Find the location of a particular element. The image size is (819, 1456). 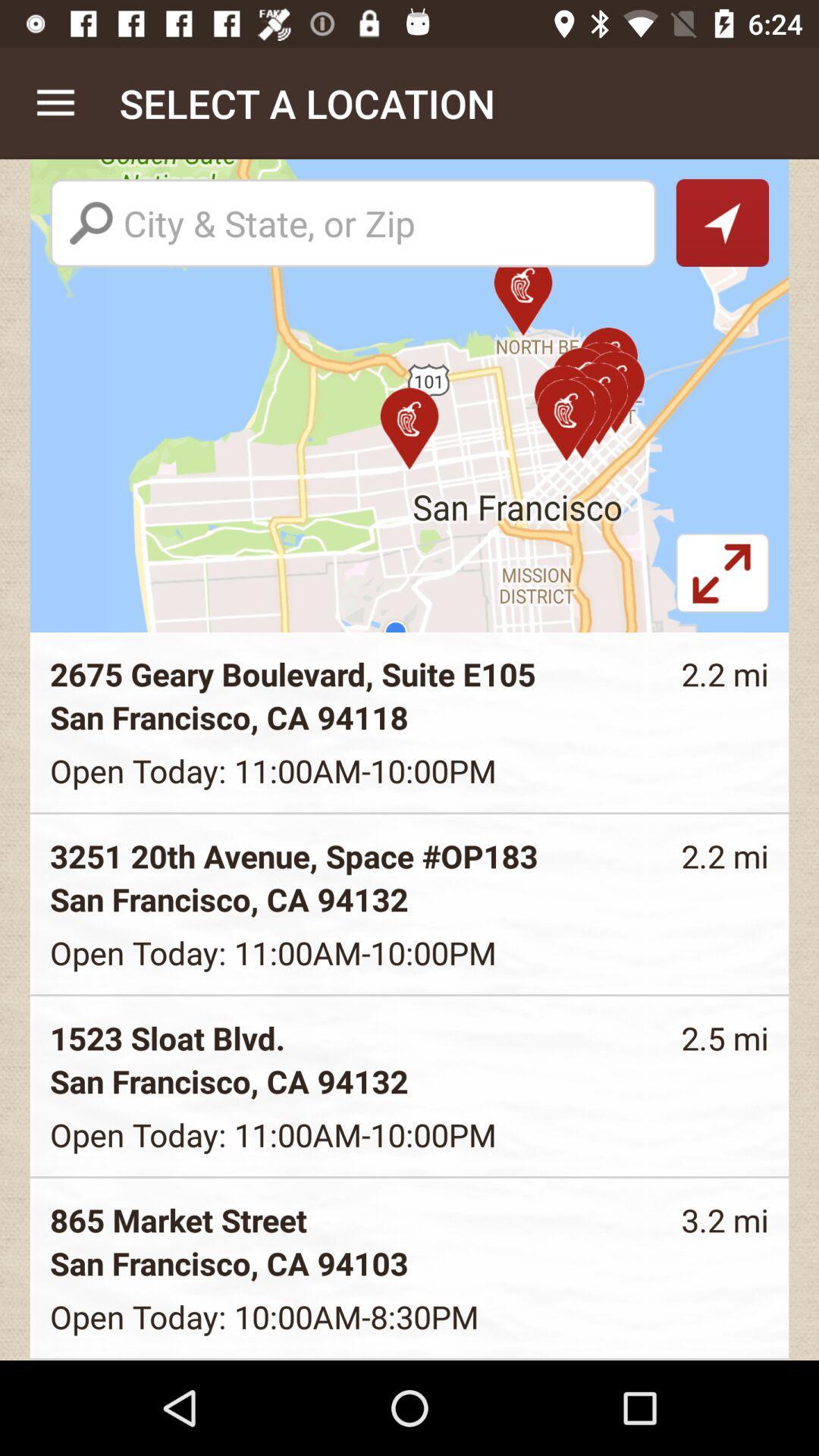

the send icon is located at coordinates (721, 221).